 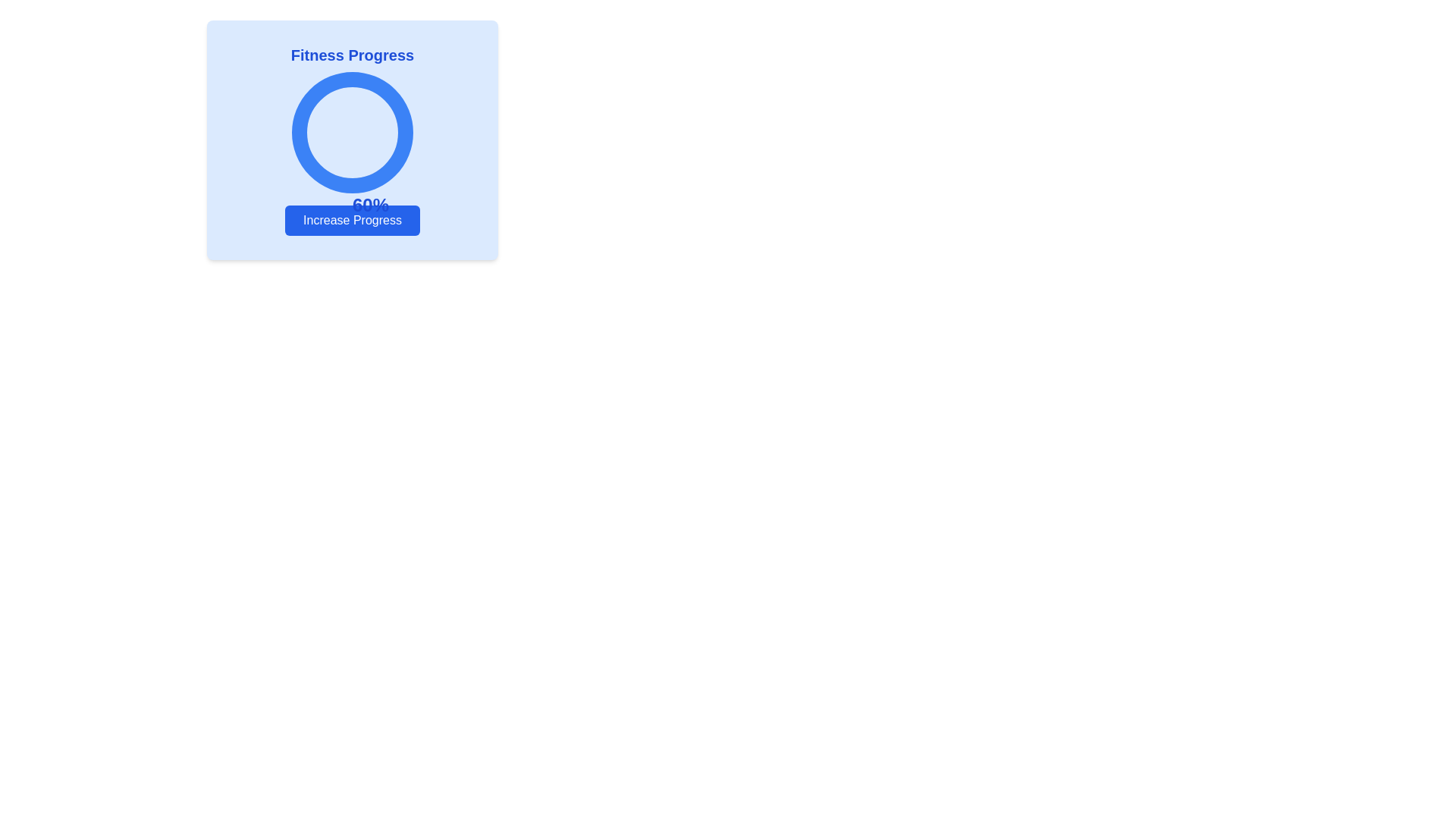 What do you see at coordinates (352, 131) in the screenshot?
I see `the Circular Progress Bar displaying '60%' within the card labeled 'Fitness Progress'` at bounding box center [352, 131].